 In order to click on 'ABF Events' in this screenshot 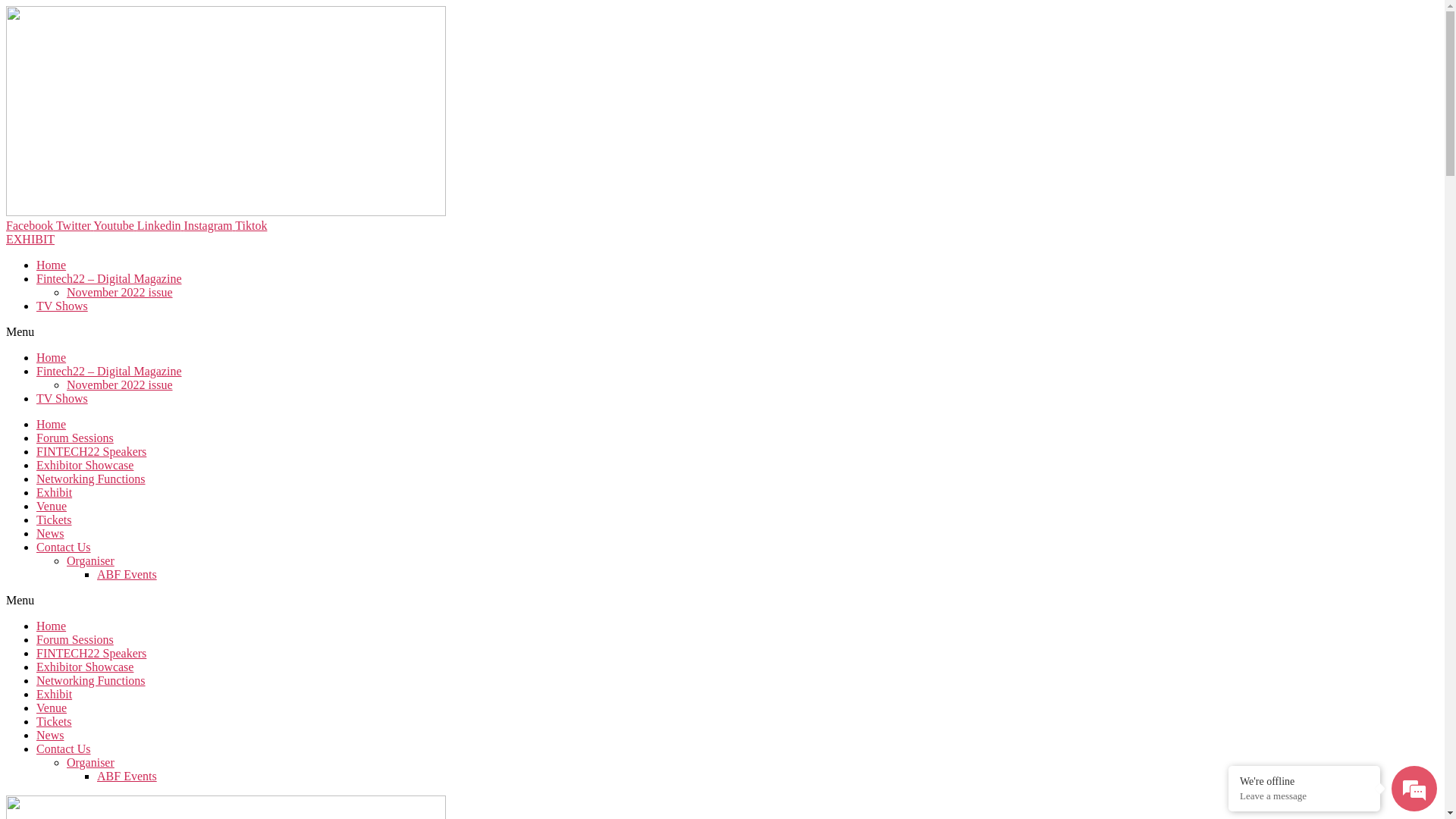, I will do `click(127, 574)`.